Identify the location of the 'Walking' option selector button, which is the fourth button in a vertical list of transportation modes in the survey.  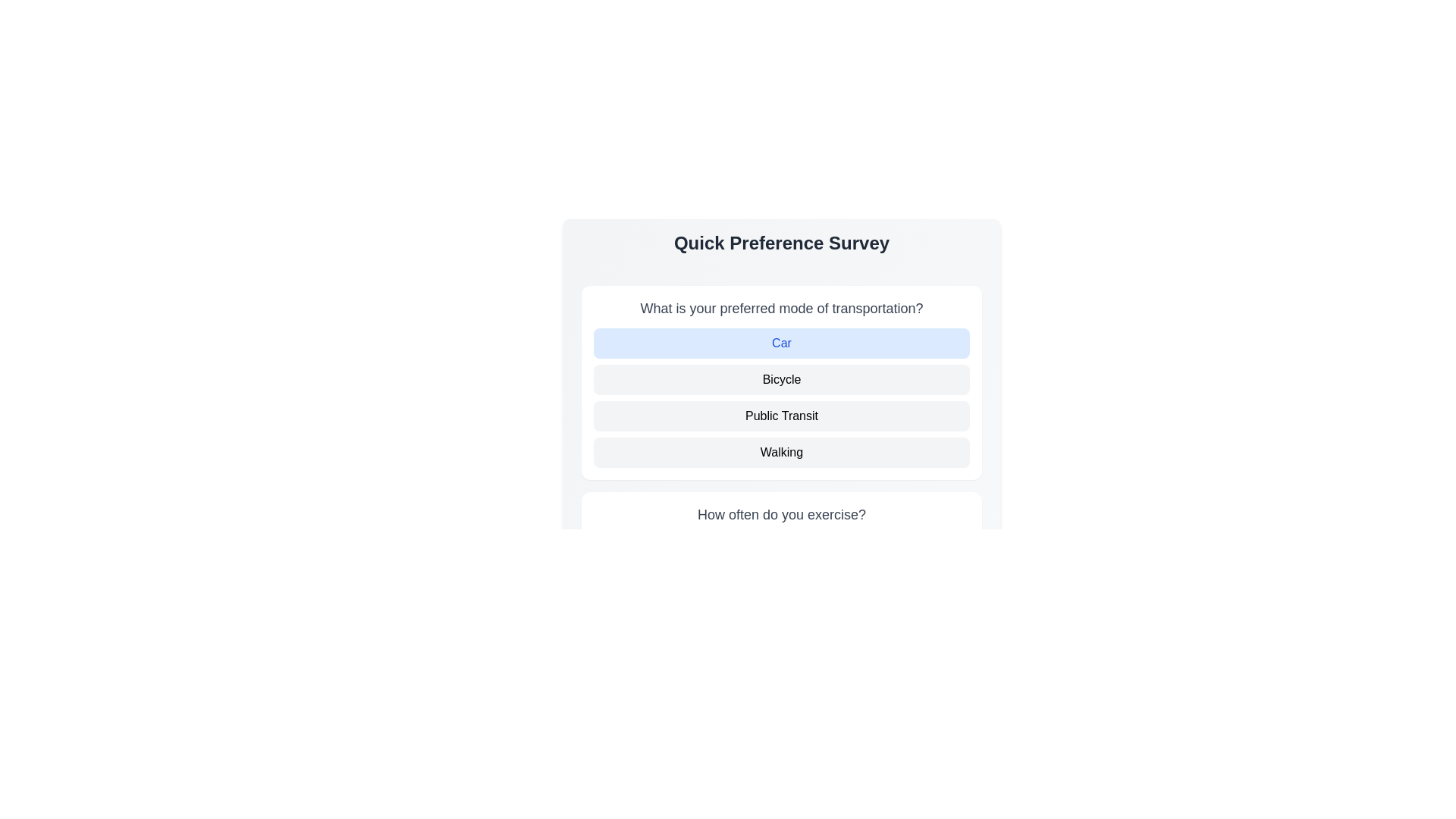
(782, 452).